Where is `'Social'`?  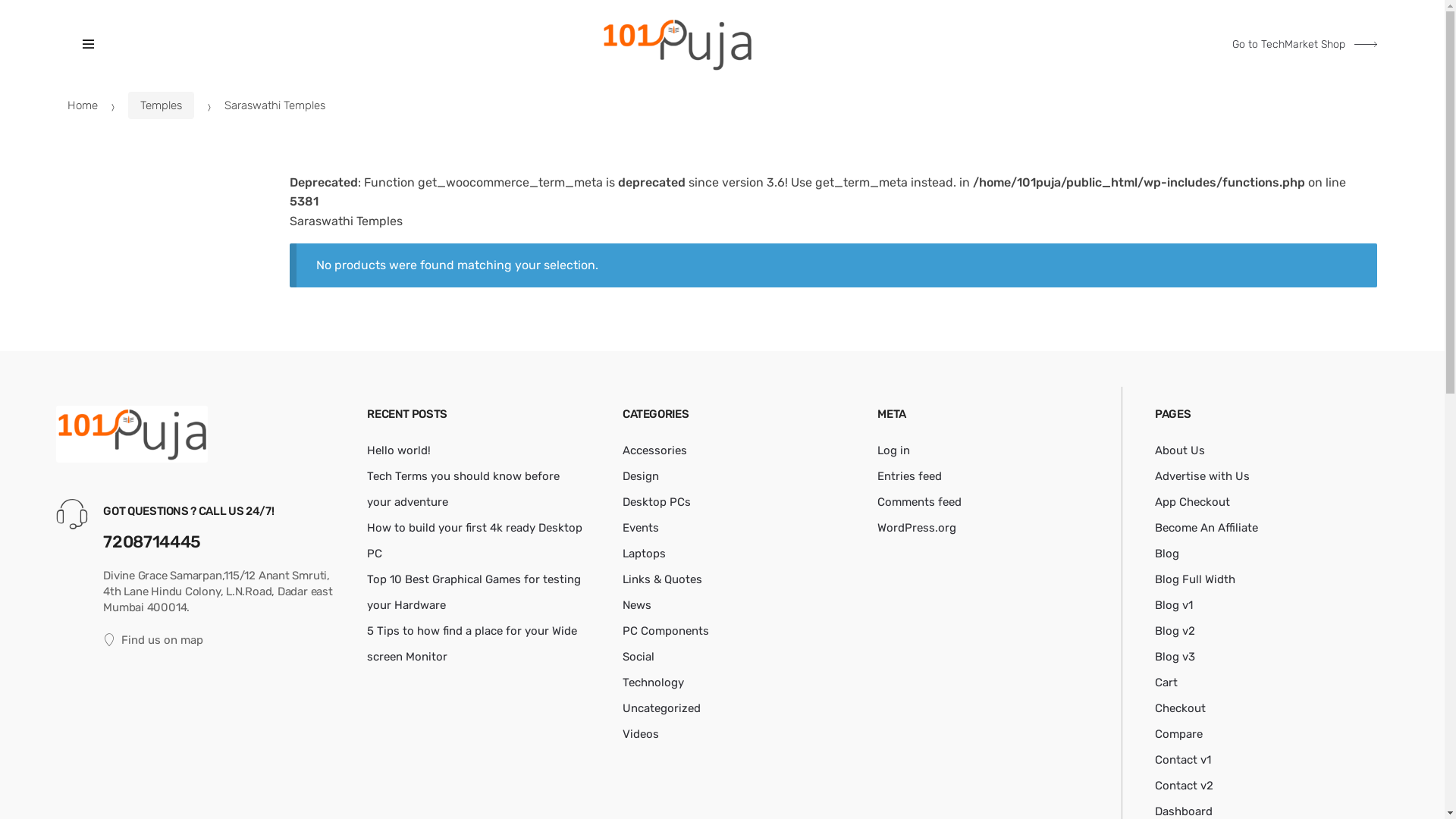 'Social' is located at coordinates (622, 656).